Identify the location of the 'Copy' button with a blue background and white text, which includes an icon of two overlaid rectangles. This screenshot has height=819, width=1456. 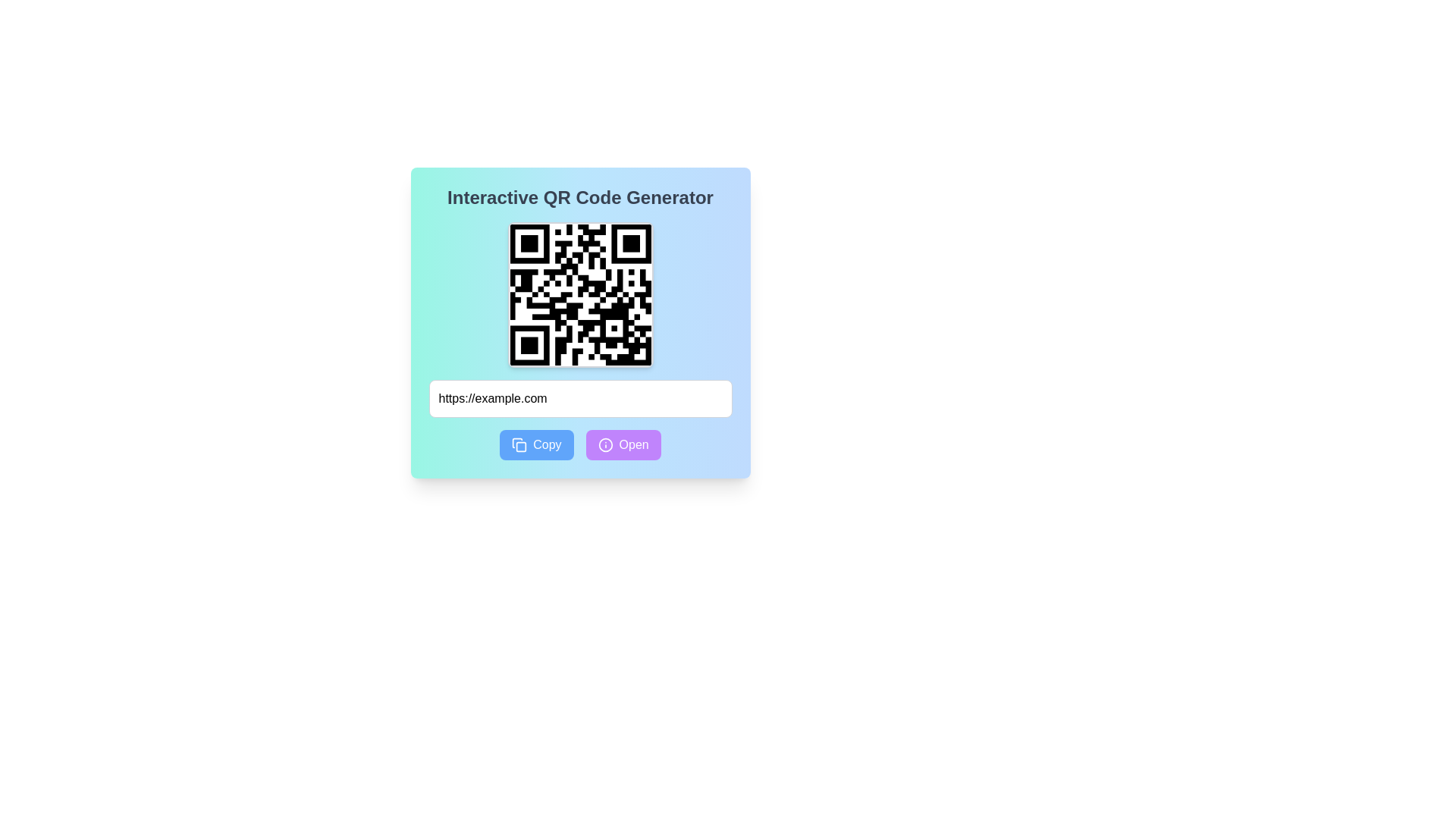
(536, 444).